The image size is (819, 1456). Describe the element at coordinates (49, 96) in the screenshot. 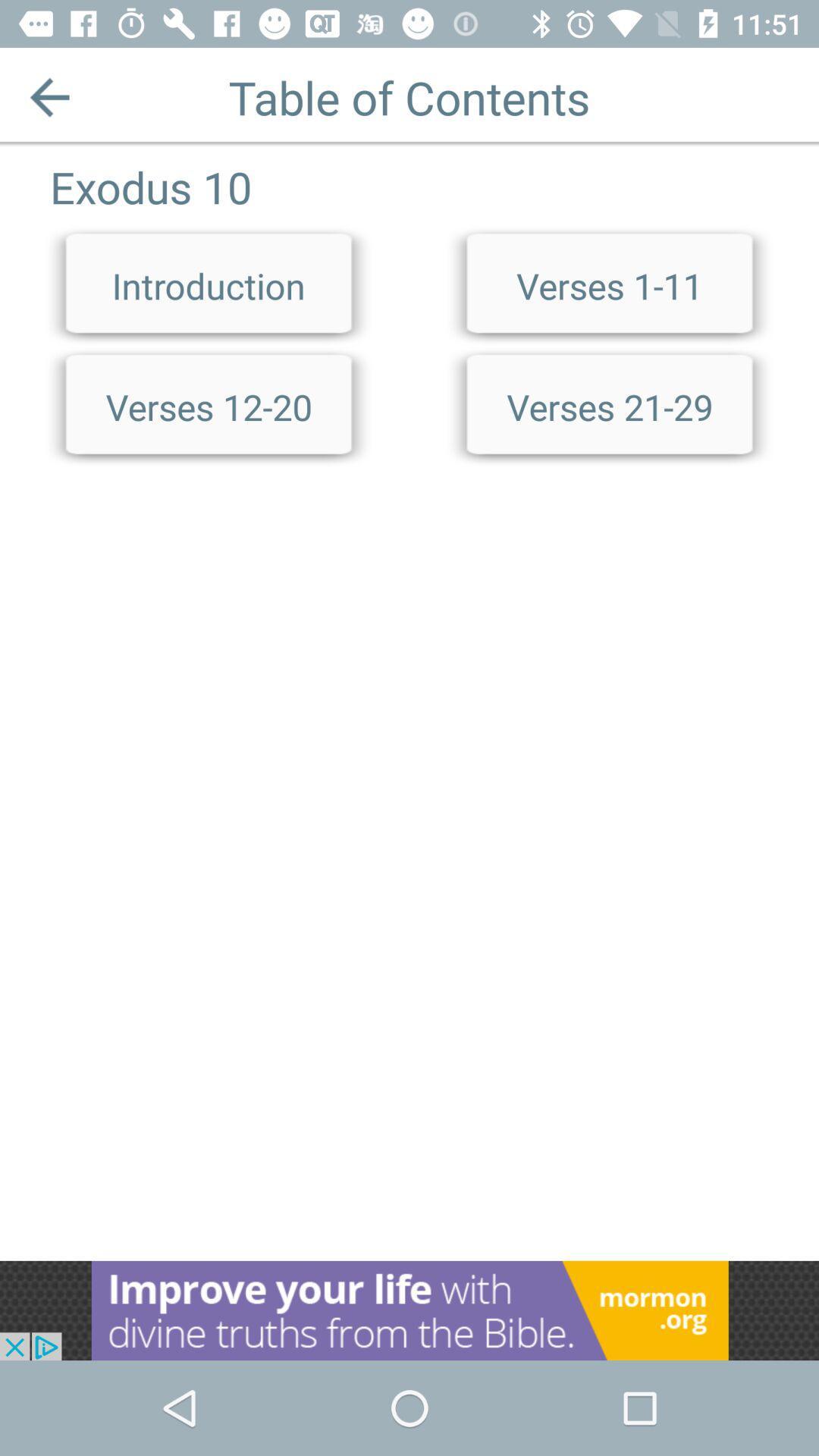

I see `go back` at that location.